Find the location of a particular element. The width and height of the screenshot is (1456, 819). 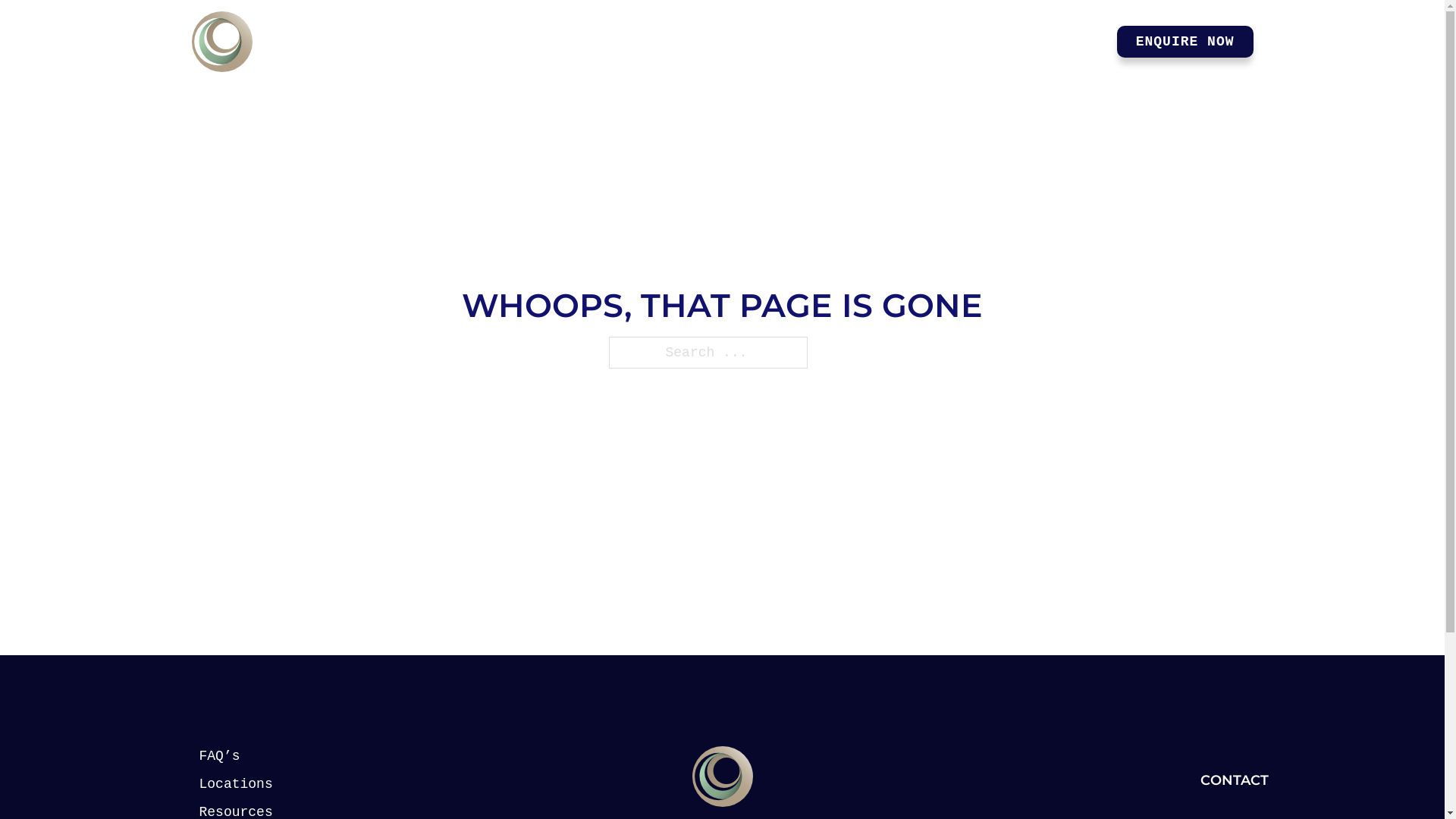

'Locations' is located at coordinates (251, 784).